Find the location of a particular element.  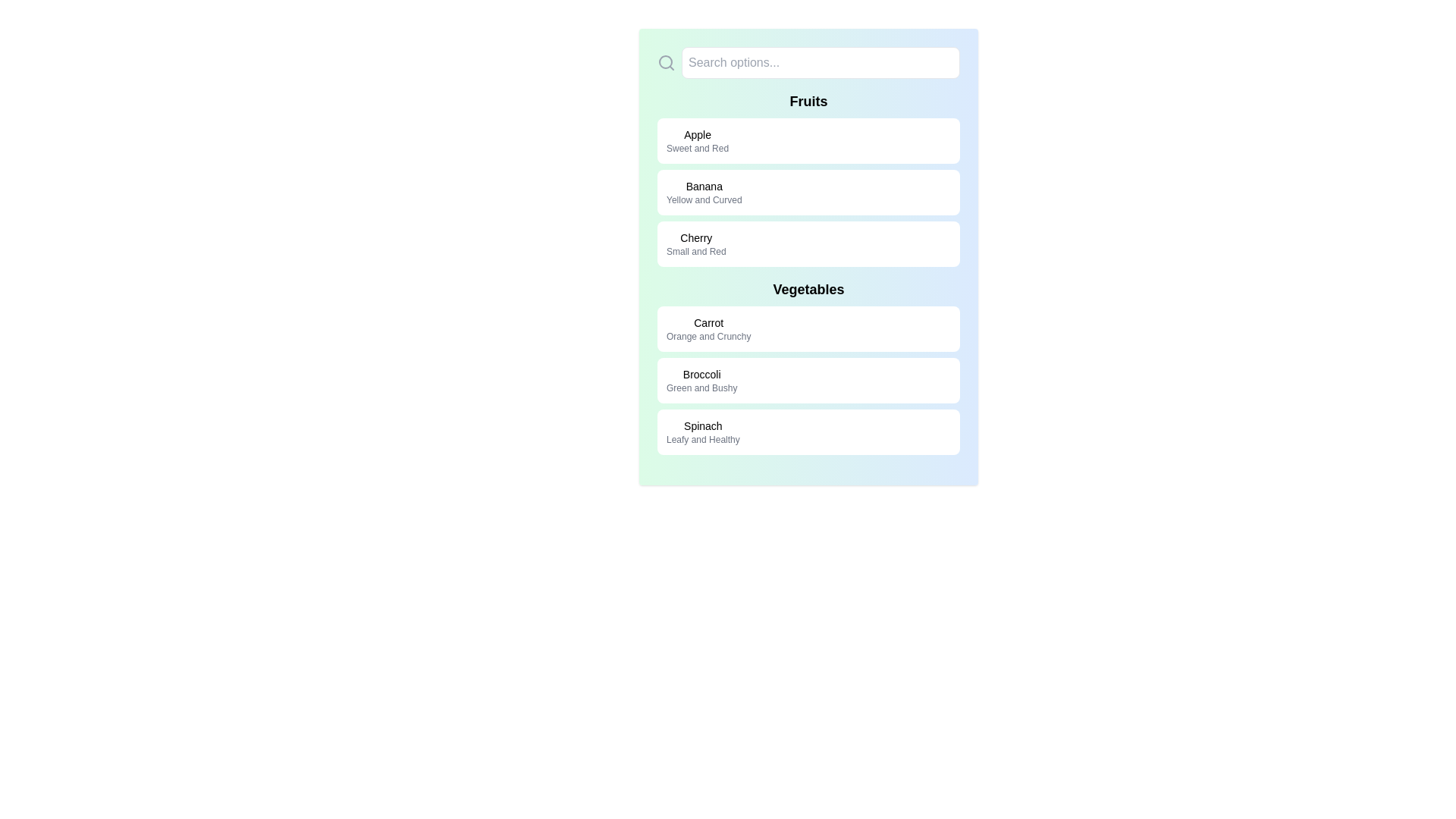

the informational card displaying 'Broccoli' with the description 'Green and Bushy', which is the second item in the vertical list under the 'Vegetables' section is located at coordinates (808, 379).